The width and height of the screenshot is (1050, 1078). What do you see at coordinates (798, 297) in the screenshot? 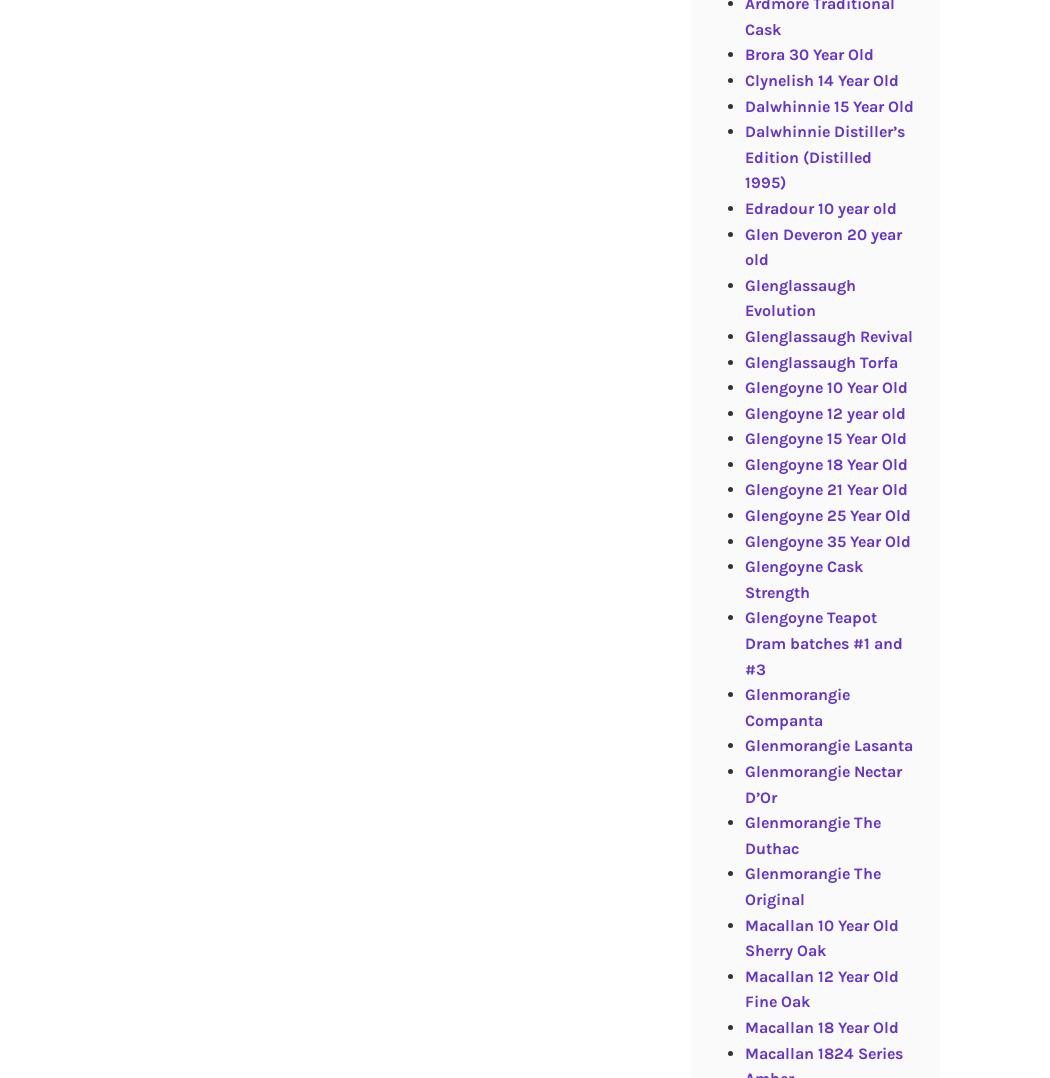
I see `'Glenglassaugh Evolution'` at bounding box center [798, 297].